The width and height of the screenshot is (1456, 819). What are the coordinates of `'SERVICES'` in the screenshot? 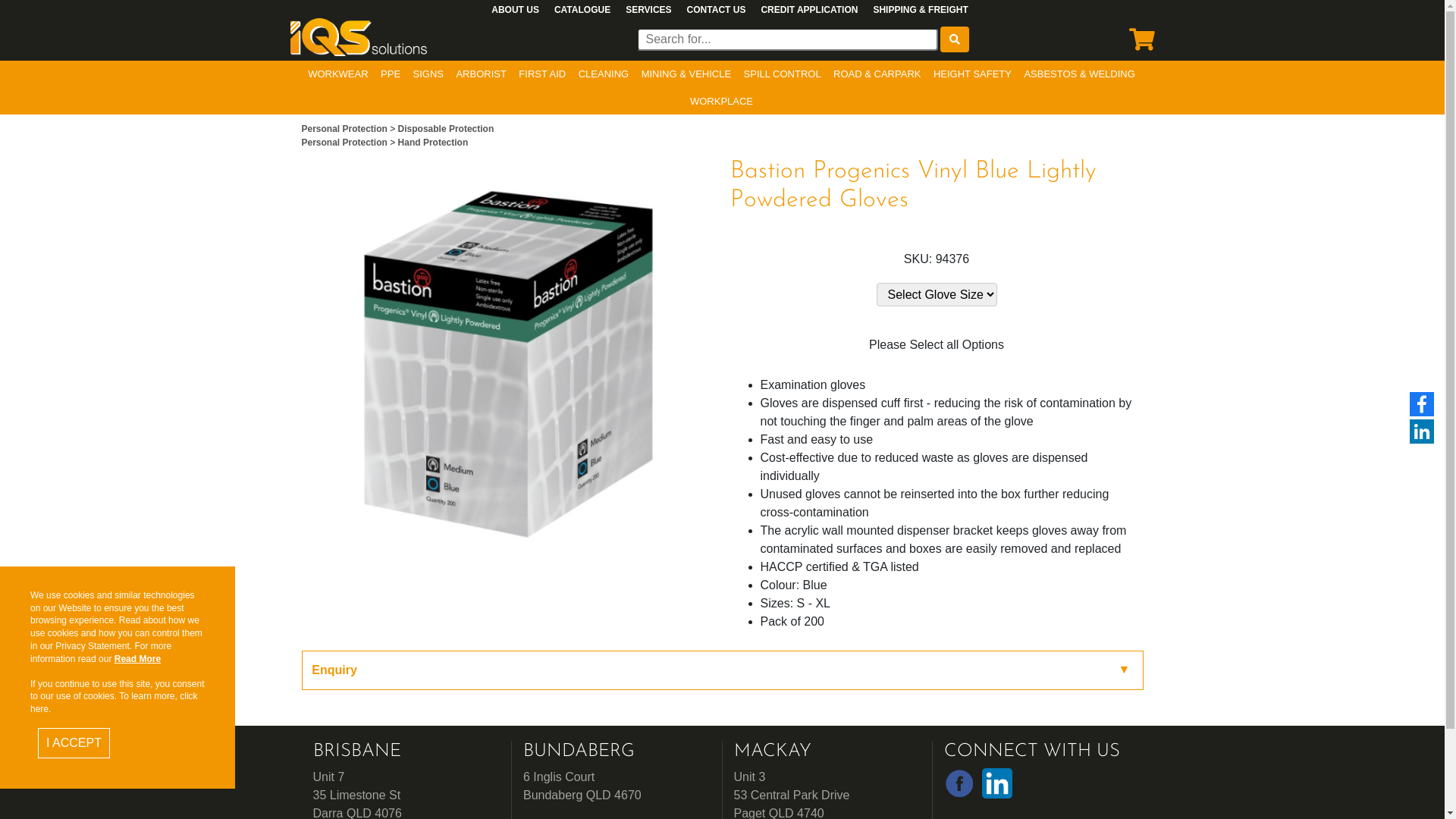 It's located at (648, 9).